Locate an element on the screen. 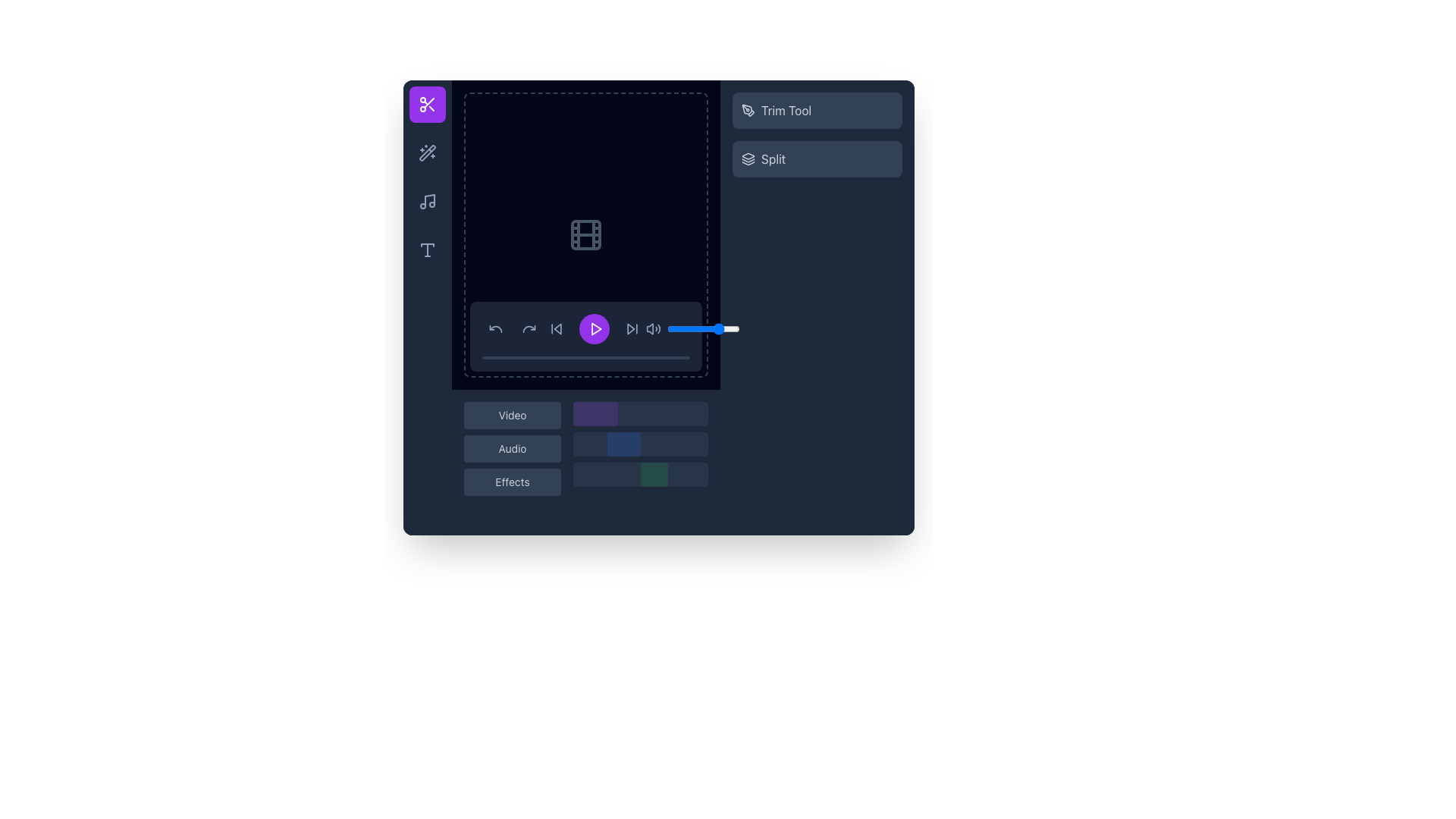 The height and width of the screenshot is (819, 1456). the 'T' icon button in the left side navigation panel is located at coordinates (427, 249).